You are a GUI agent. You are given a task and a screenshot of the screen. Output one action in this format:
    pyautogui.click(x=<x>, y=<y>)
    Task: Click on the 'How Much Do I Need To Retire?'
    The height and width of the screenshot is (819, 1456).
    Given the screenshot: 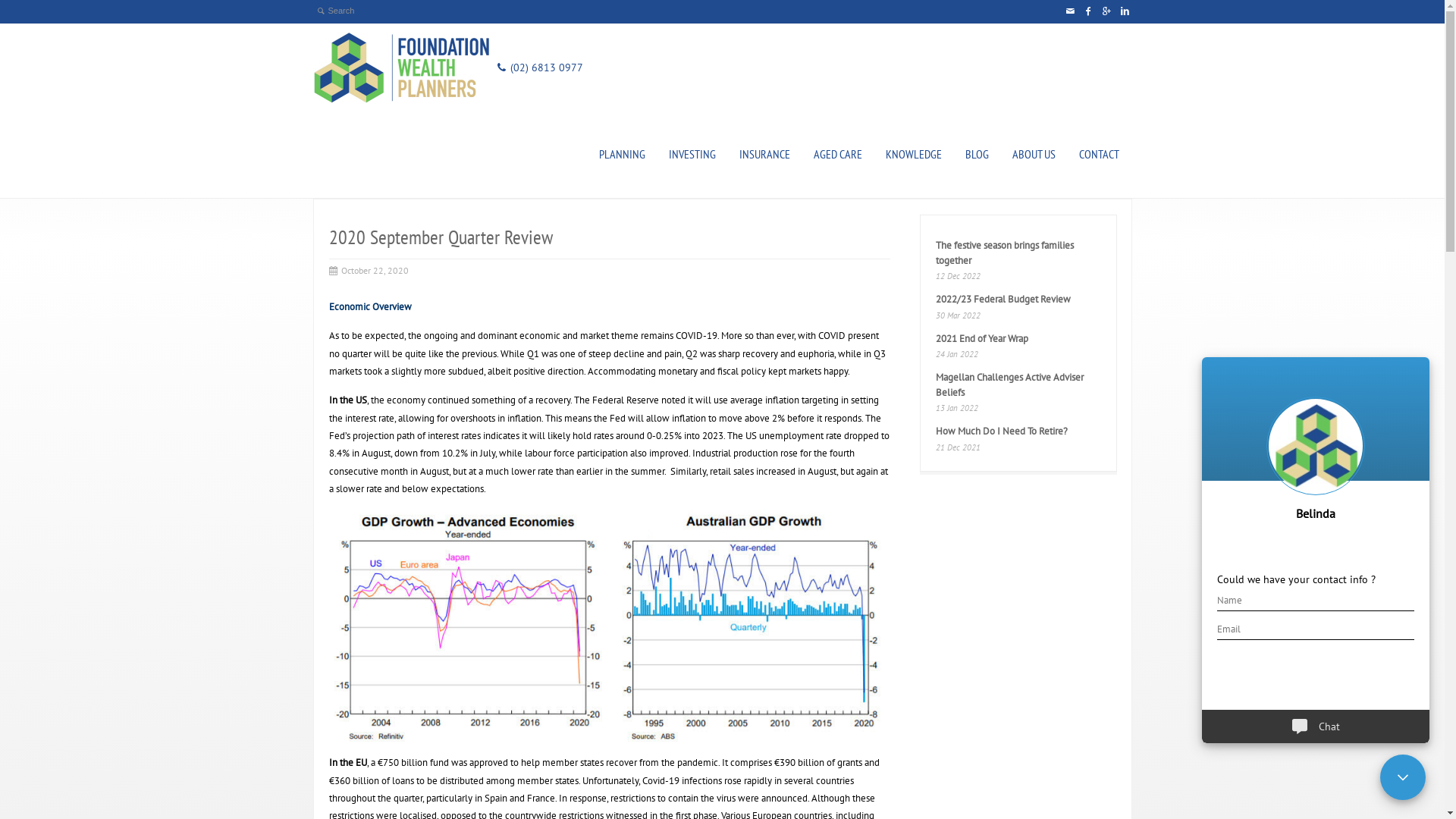 What is the action you would take?
    pyautogui.click(x=934, y=431)
    